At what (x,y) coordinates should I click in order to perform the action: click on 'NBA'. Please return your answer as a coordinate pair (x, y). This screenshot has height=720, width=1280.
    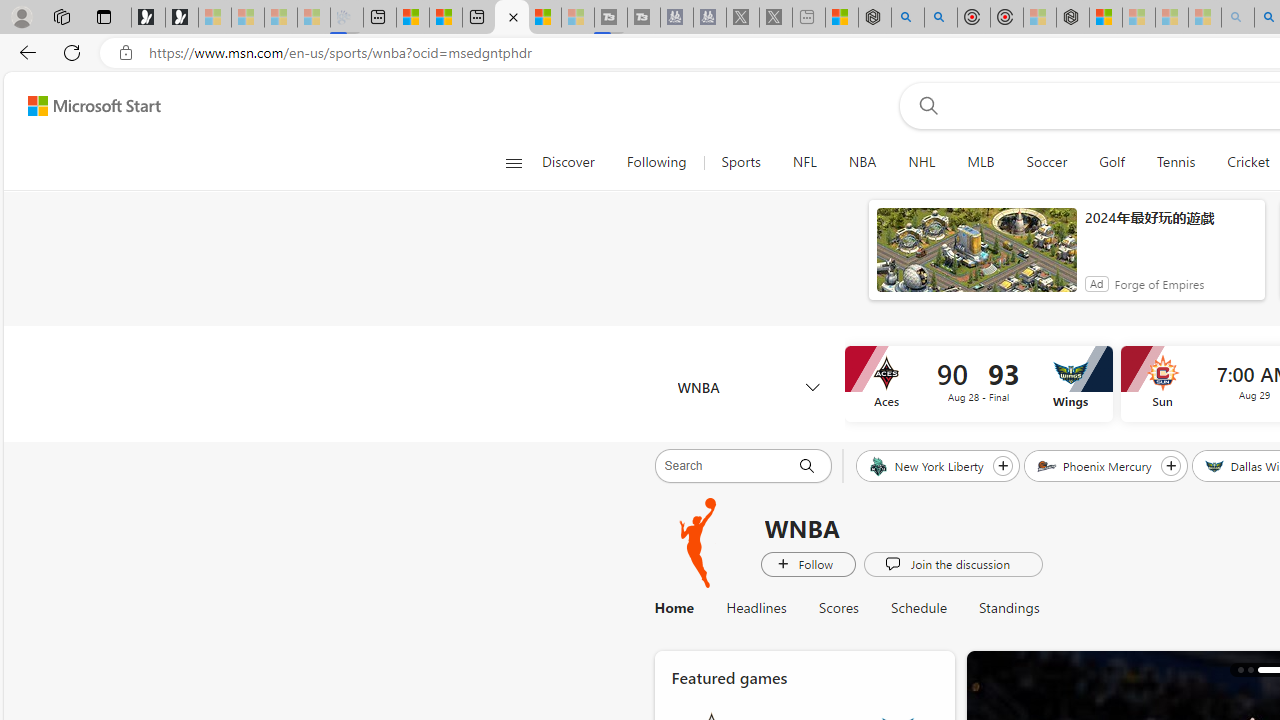
    Looking at the image, I should click on (862, 162).